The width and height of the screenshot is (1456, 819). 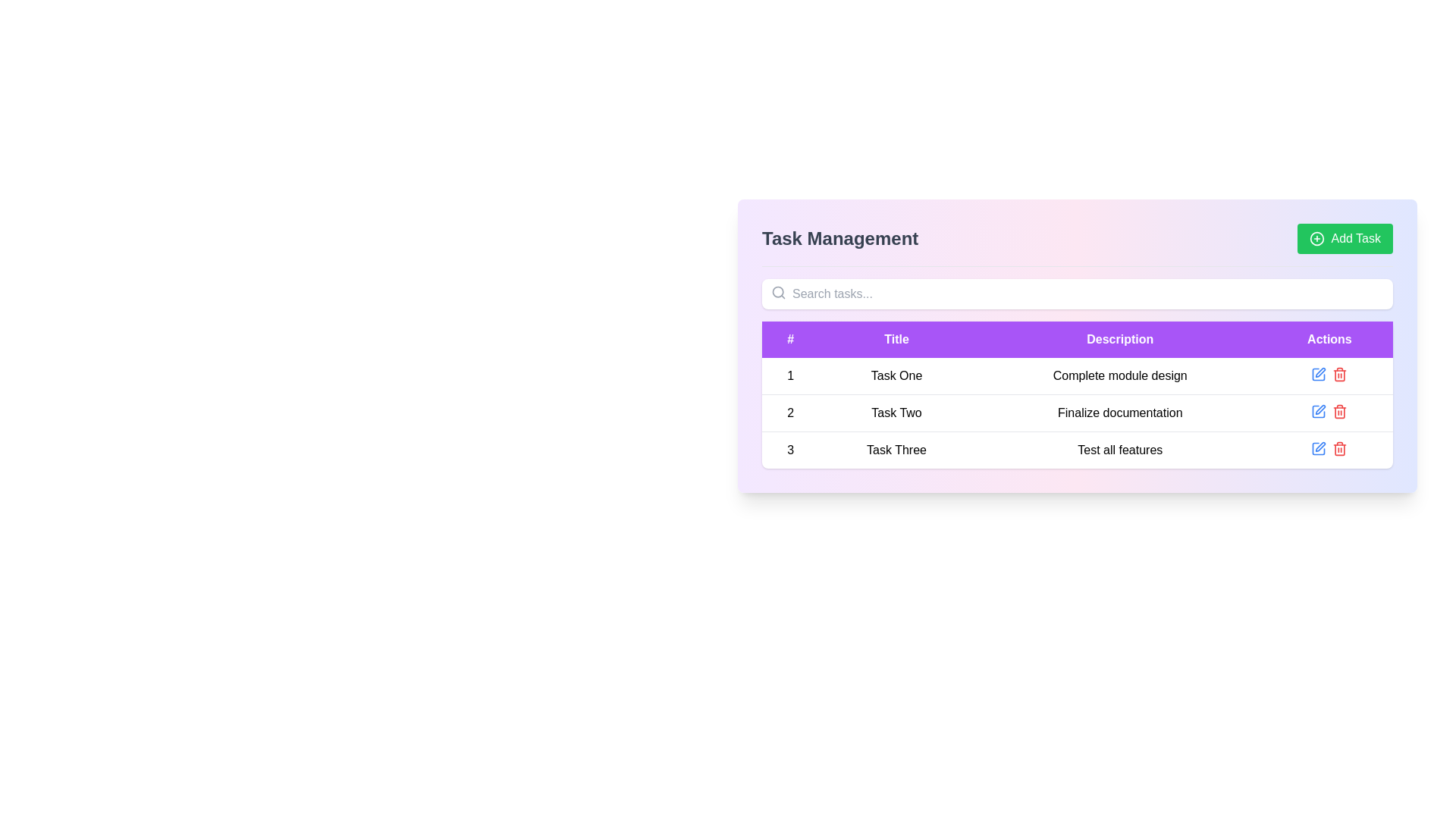 I want to click on the text label displaying the index for 'Task Two', located at the top-left corner of its table row, so click(x=789, y=413).